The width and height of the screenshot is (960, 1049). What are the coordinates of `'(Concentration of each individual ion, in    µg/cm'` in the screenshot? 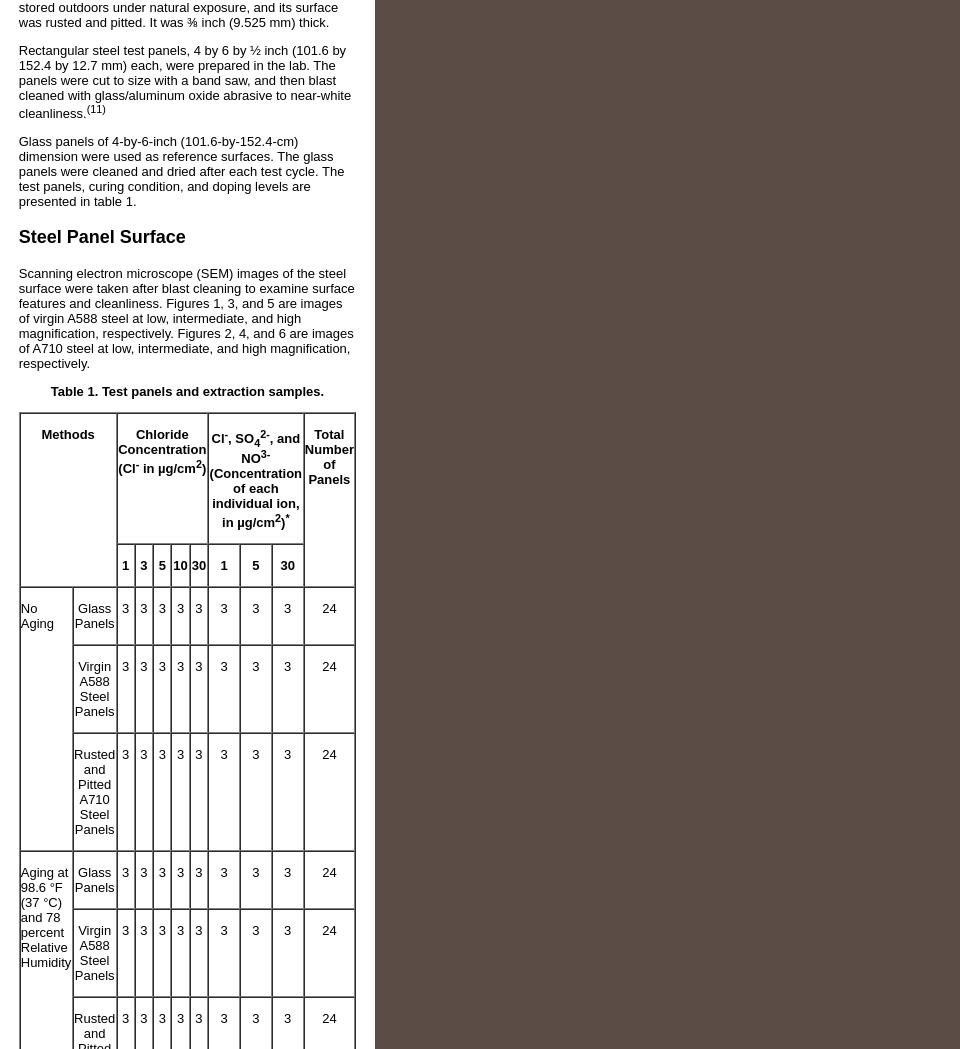 It's located at (254, 496).